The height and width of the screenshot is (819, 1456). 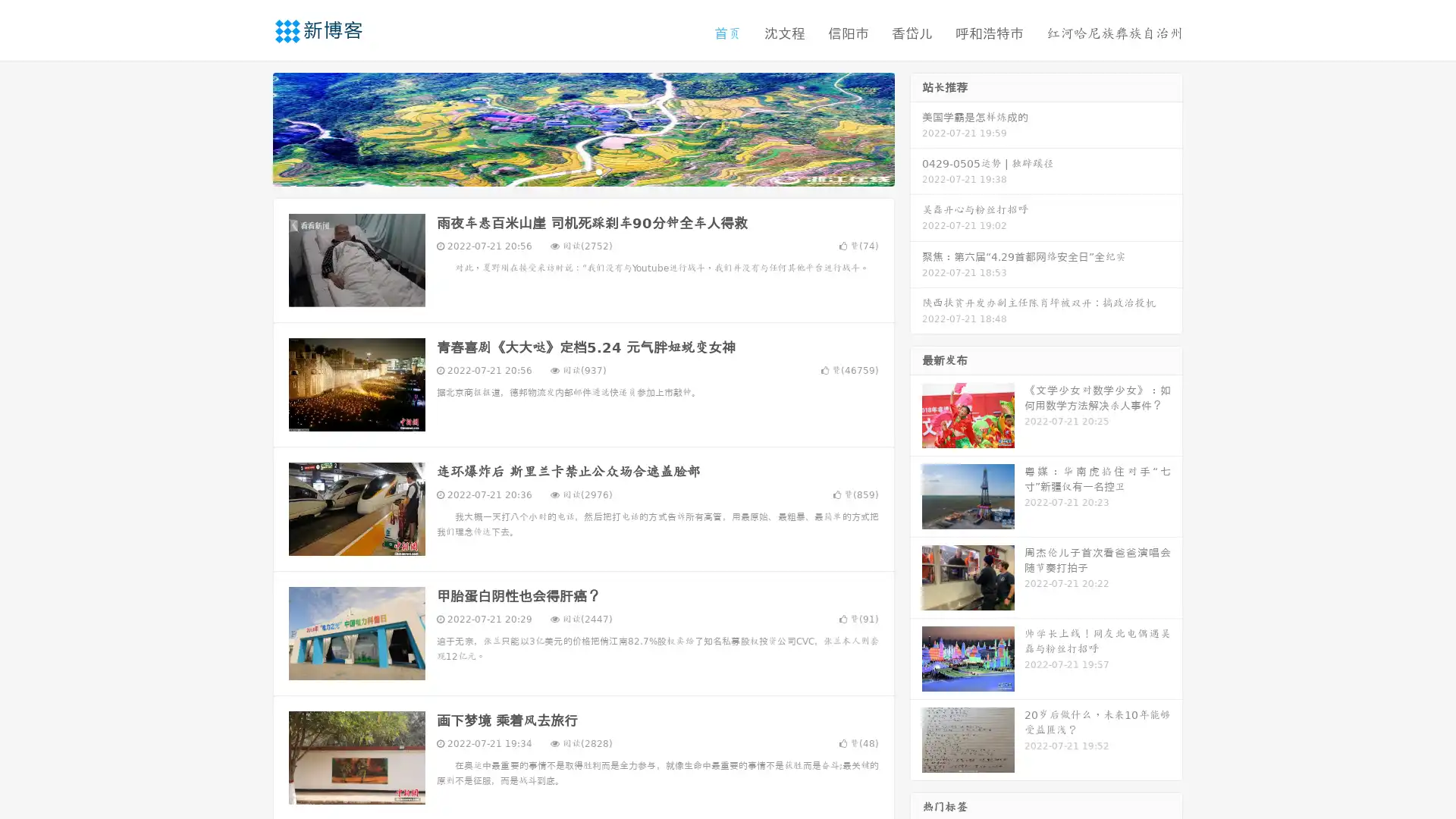 I want to click on Next slide, so click(x=916, y=127).